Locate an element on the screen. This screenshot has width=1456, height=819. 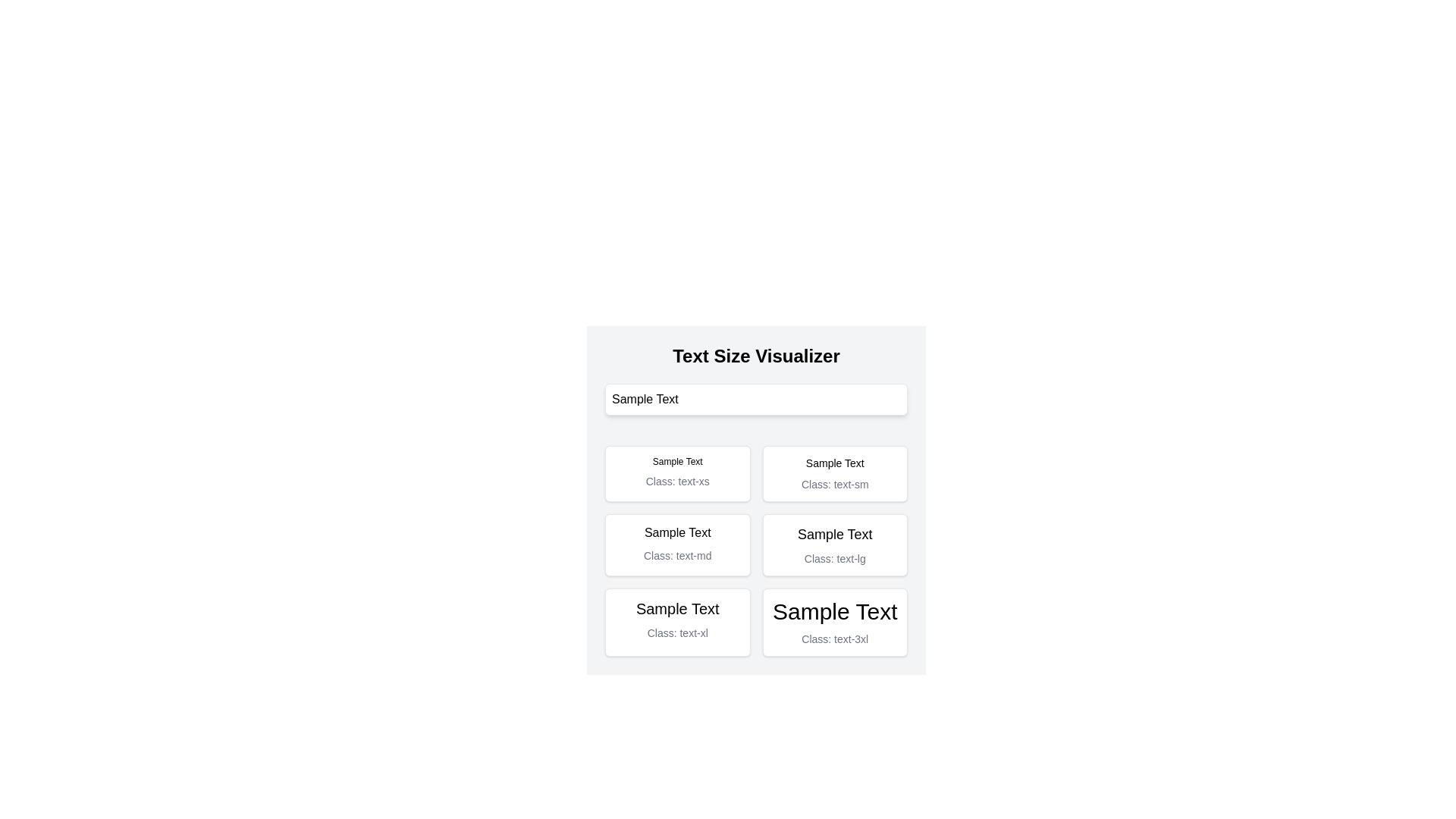
text label that displays 'Class: text-3xl', which is styled in a small, gray font and positioned below the 'Sample Text' heading is located at coordinates (834, 639).